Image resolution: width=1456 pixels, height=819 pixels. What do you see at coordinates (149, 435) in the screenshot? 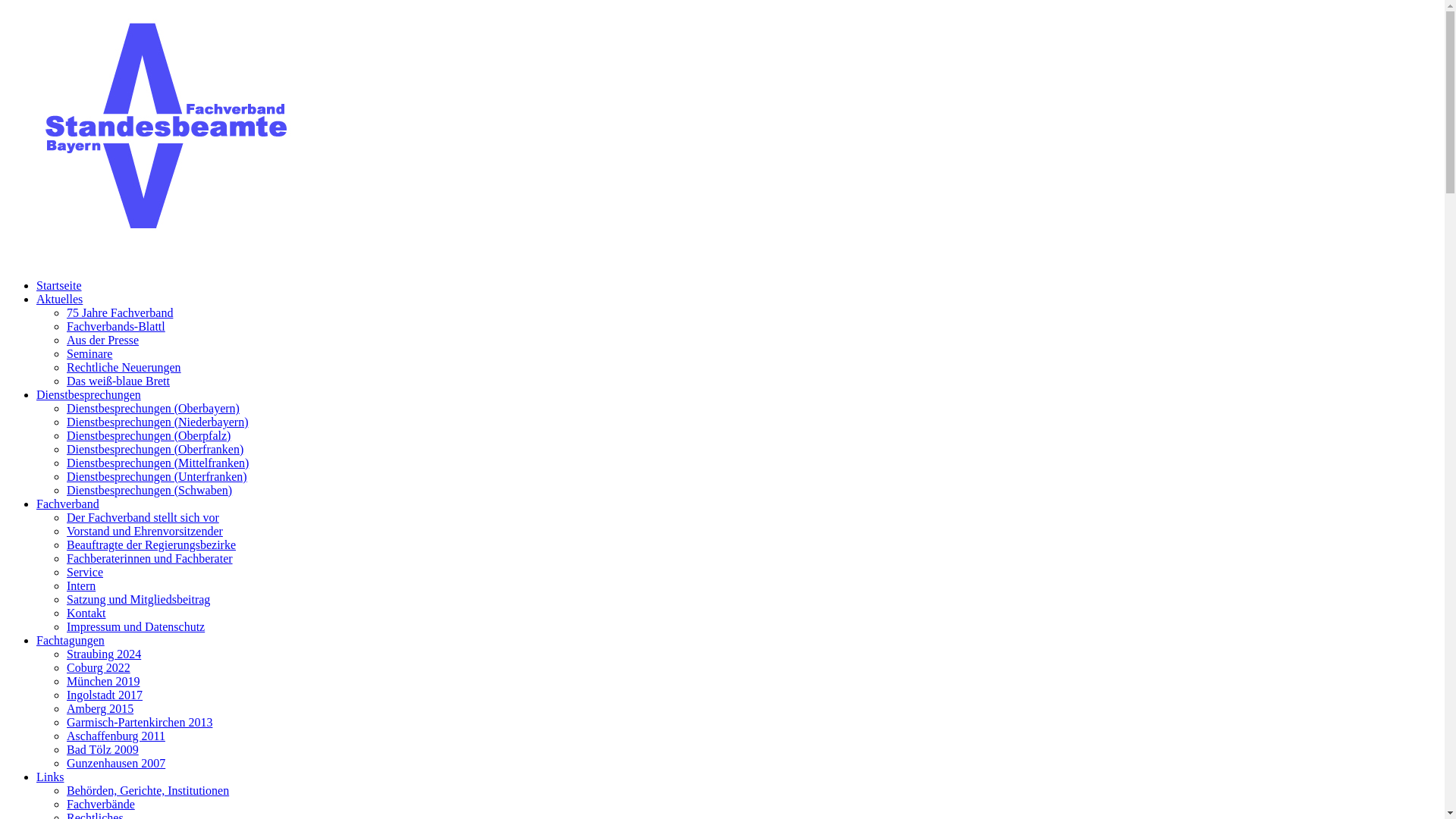
I see `'Dienstbesprechungen (Oberpfalz)'` at bounding box center [149, 435].